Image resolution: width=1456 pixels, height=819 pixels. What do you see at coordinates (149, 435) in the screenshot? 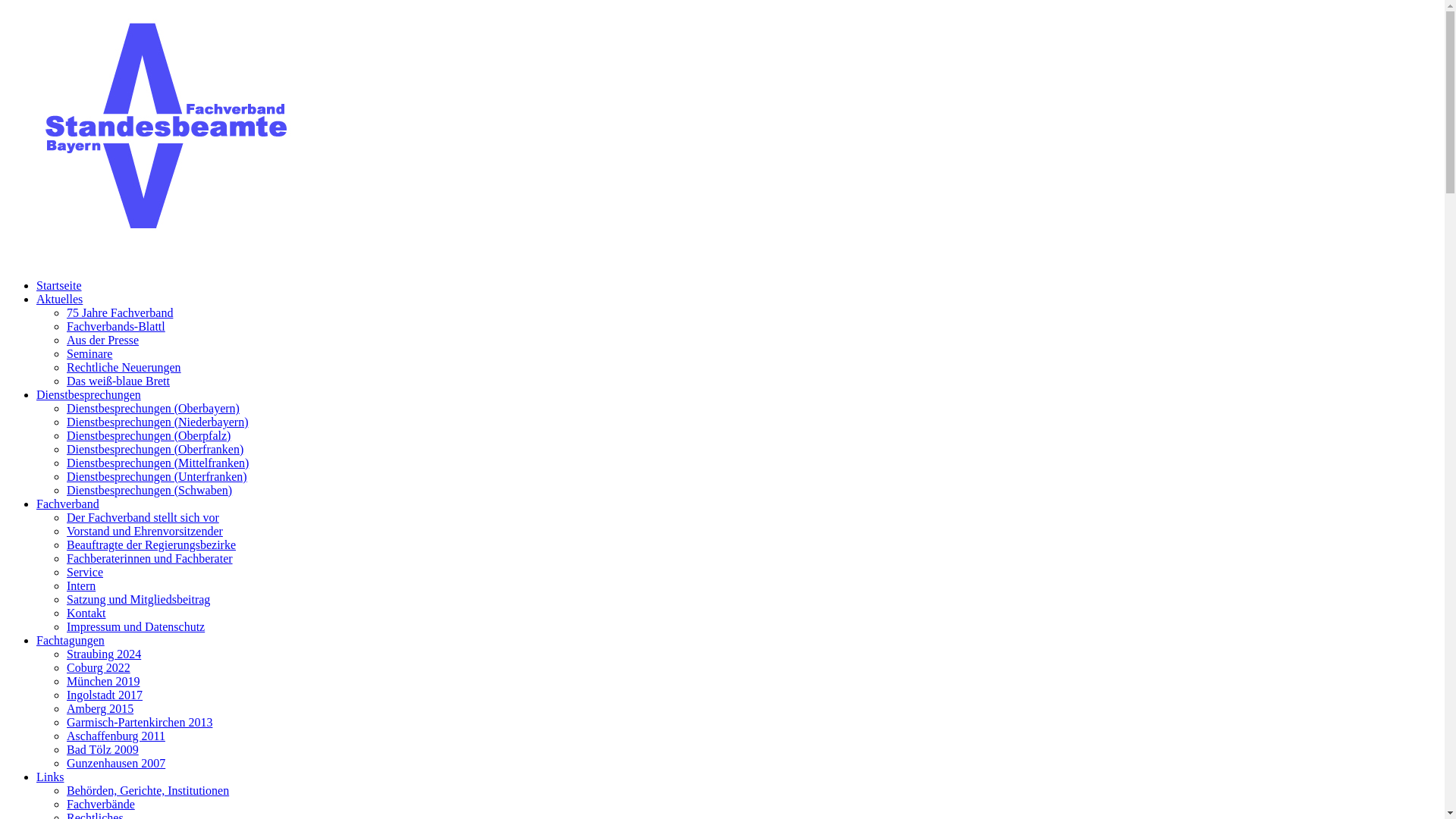
I see `'Dienstbesprechungen (Oberpfalz)'` at bounding box center [149, 435].